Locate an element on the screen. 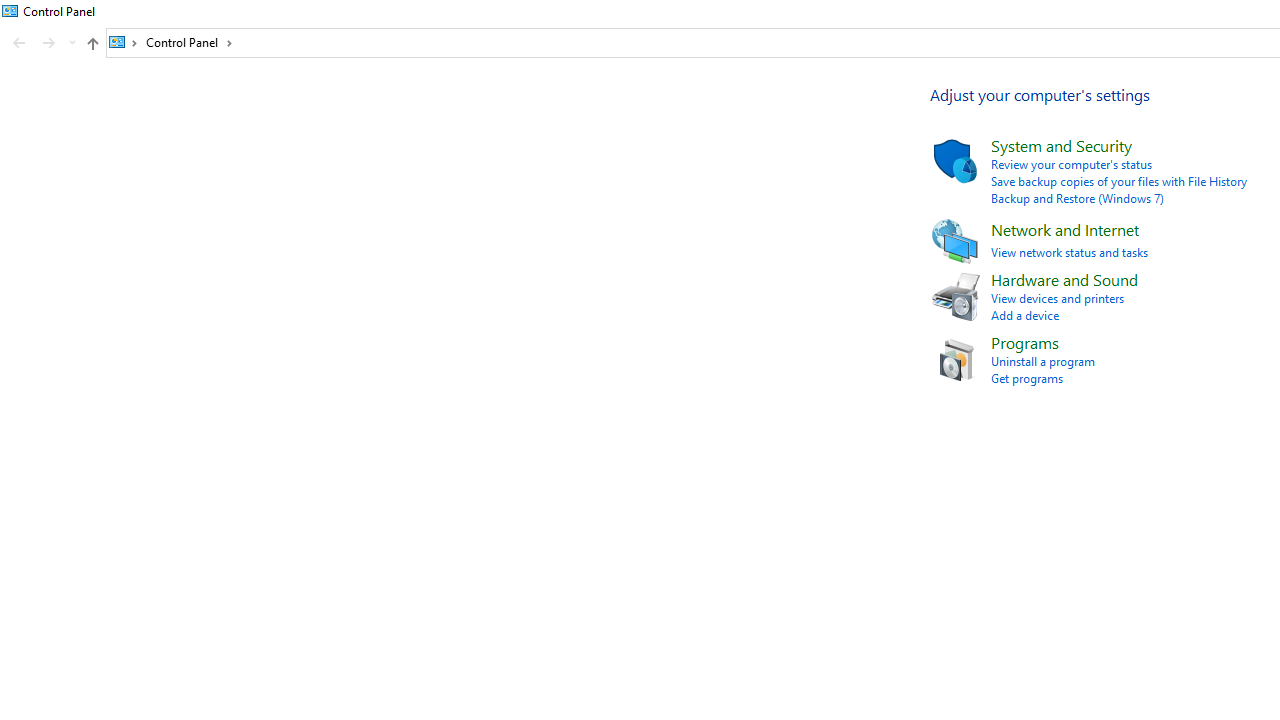 This screenshot has height=720, width=1280. 'Programs' is located at coordinates (1025, 341).